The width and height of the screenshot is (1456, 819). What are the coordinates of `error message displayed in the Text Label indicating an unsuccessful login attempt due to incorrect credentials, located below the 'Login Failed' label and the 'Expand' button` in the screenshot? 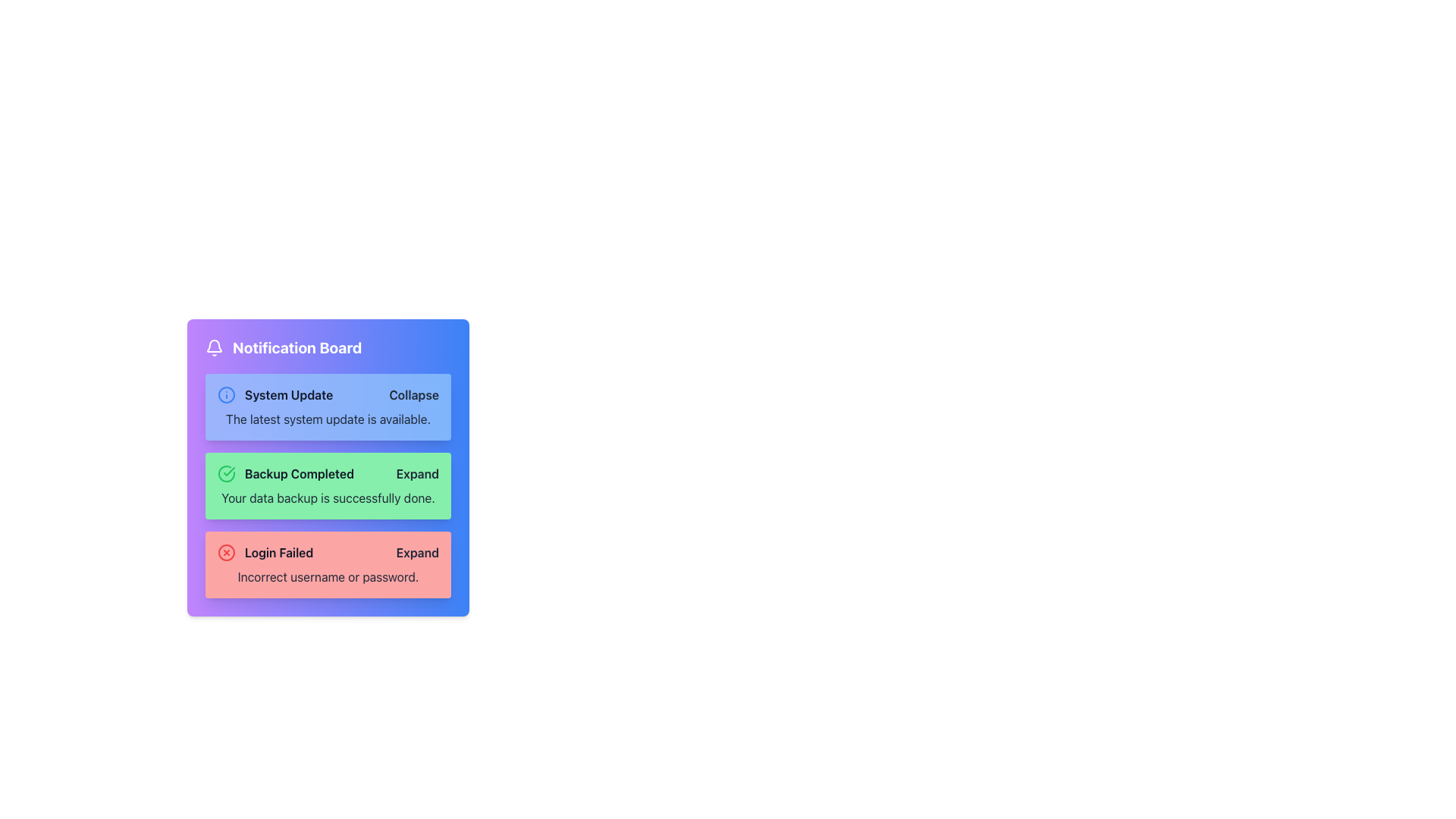 It's located at (327, 576).